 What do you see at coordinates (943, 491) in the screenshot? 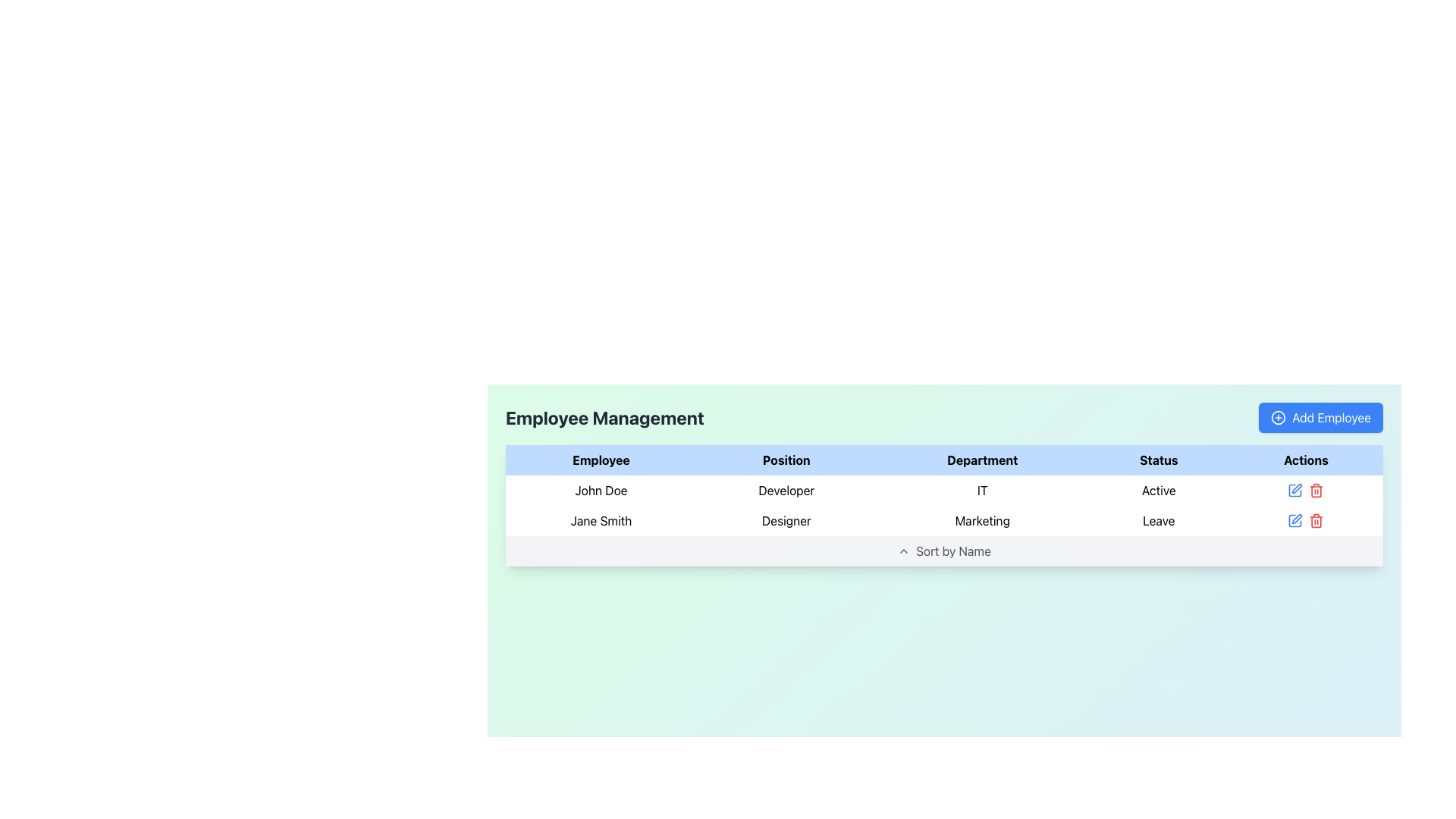
I see `the first row of the employee information table containing 'John Doe', 'Developer', 'IT', and 'Active'` at bounding box center [943, 491].